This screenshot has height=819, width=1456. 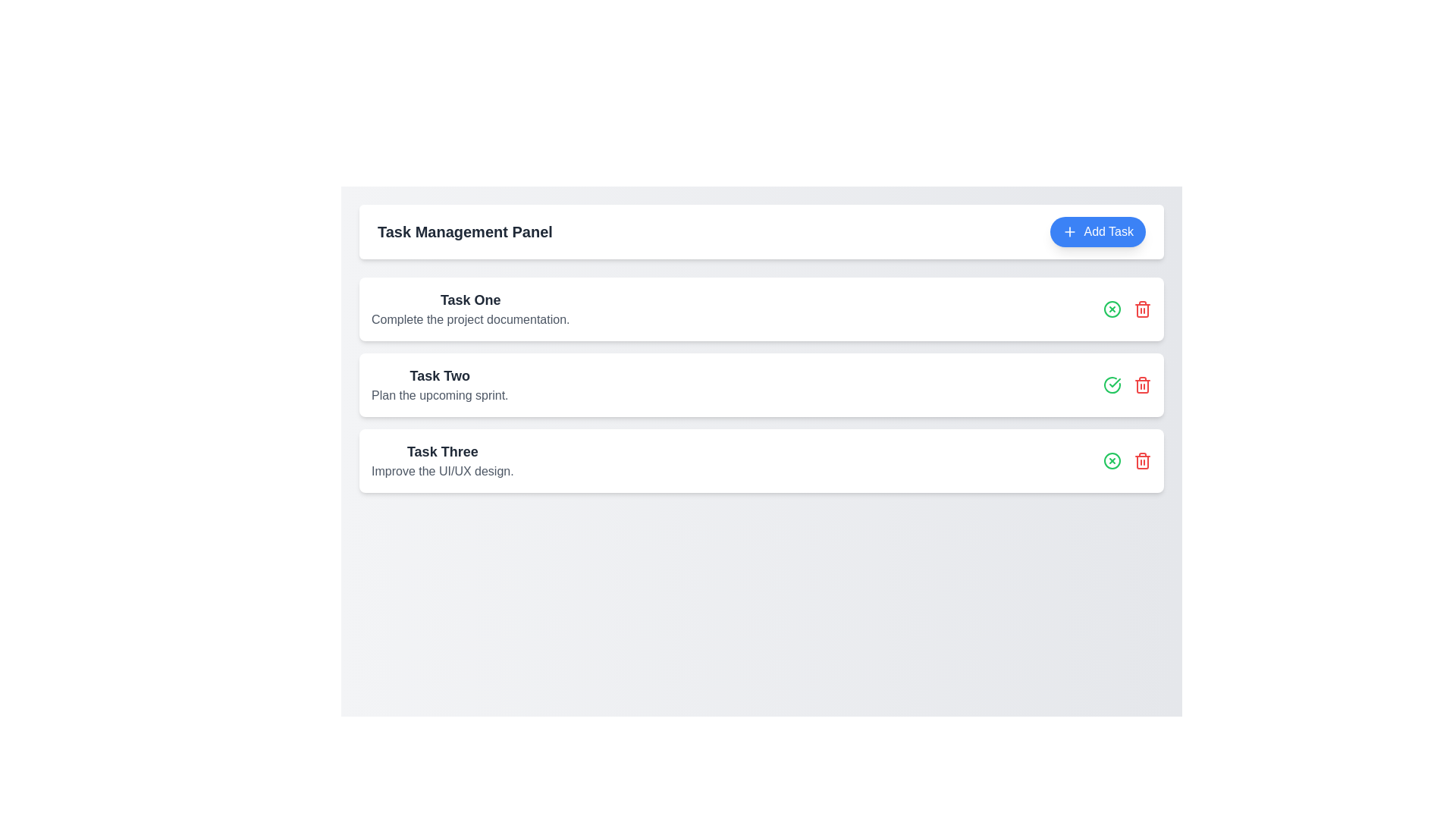 What do you see at coordinates (761, 460) in the screenshot?
I see `the 'Task Three' card` at bounding box center [761, 460].